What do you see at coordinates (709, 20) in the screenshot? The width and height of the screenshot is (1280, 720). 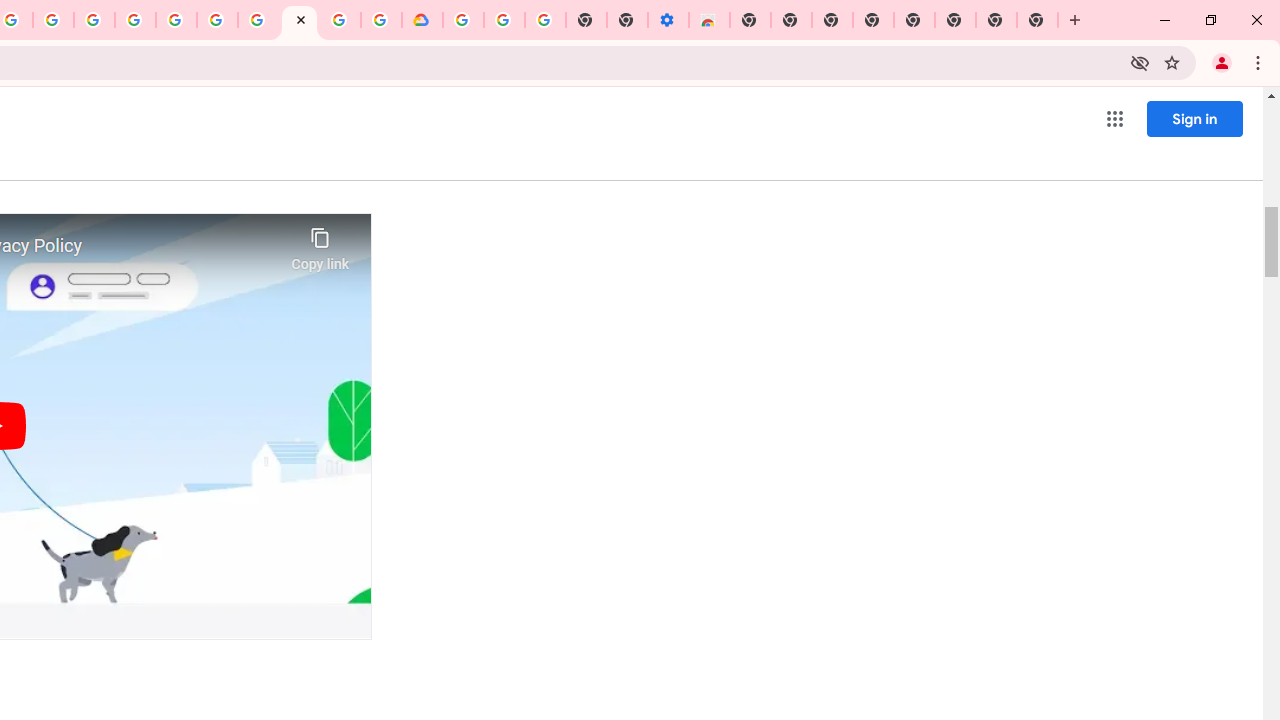 I see `'Chrome Web Store - Accessibility extensions'` at bounding box center [709, 20].